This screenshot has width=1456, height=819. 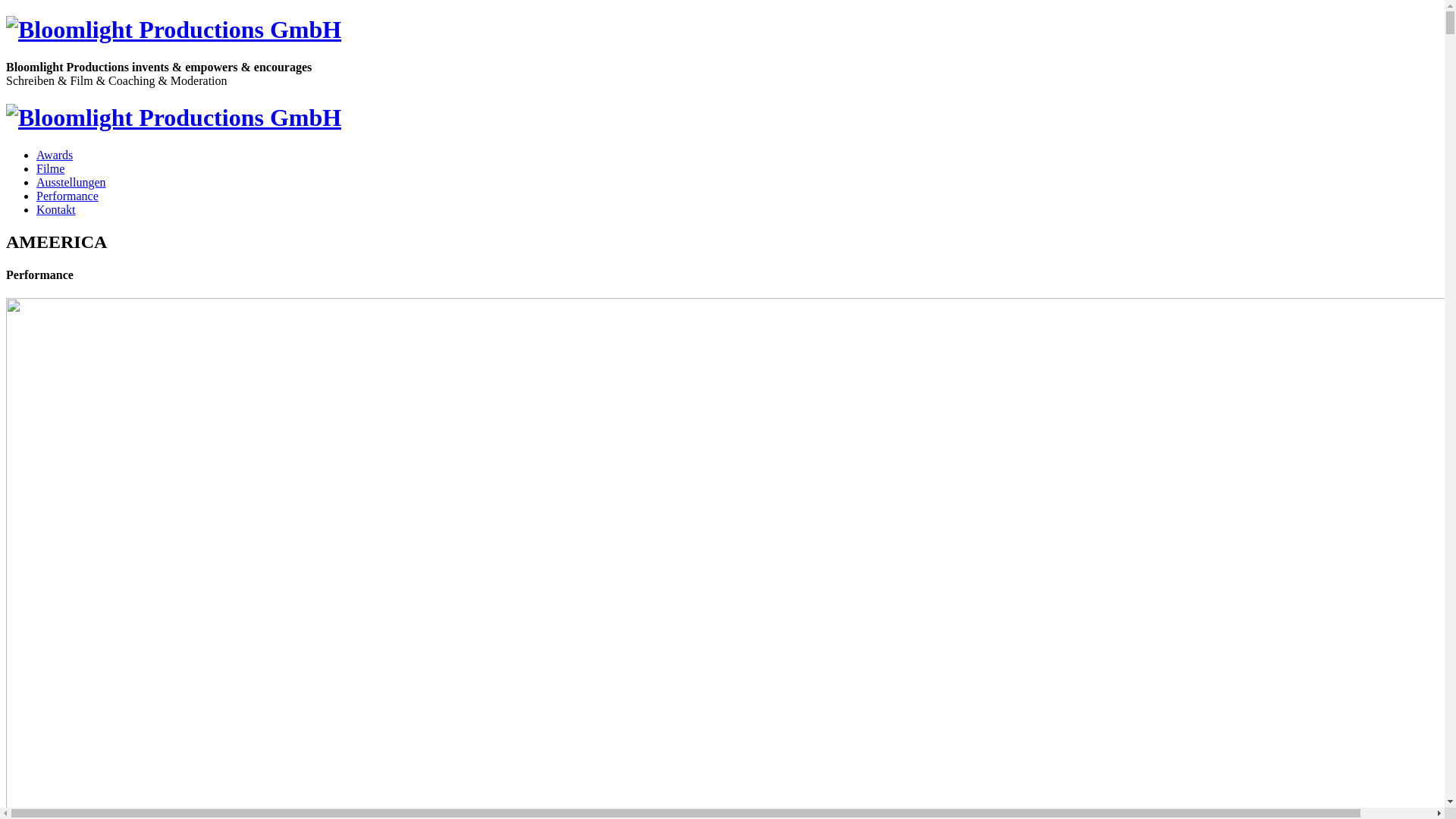 What do you see at coordinates (55, 209) in the screenshot?
I see `'Kontakt'` at bounding box center [55, 209].